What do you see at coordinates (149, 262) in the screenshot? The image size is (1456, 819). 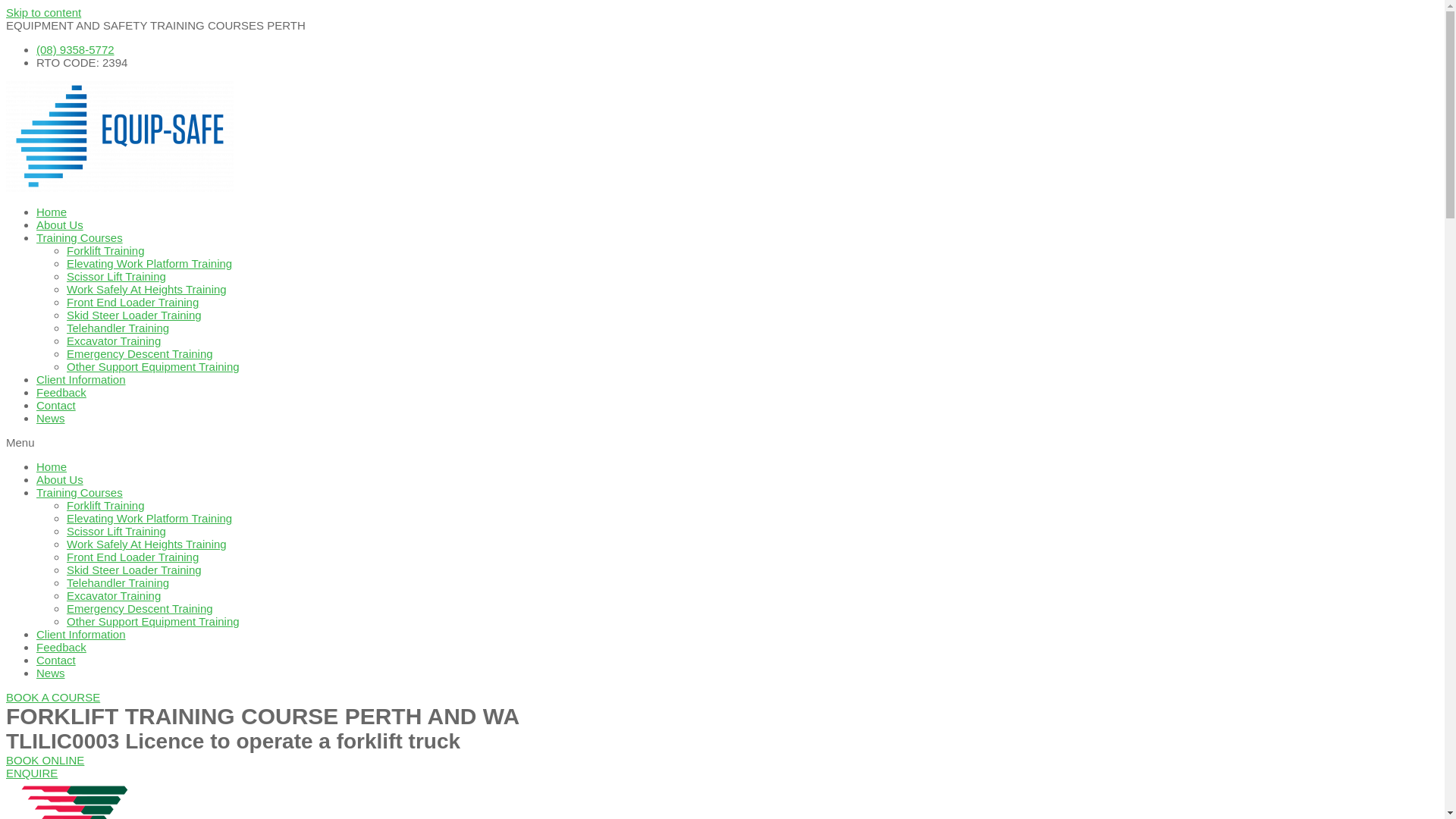 I see `'Elevating Work Platform Training'` at bounding box center [149, 262].